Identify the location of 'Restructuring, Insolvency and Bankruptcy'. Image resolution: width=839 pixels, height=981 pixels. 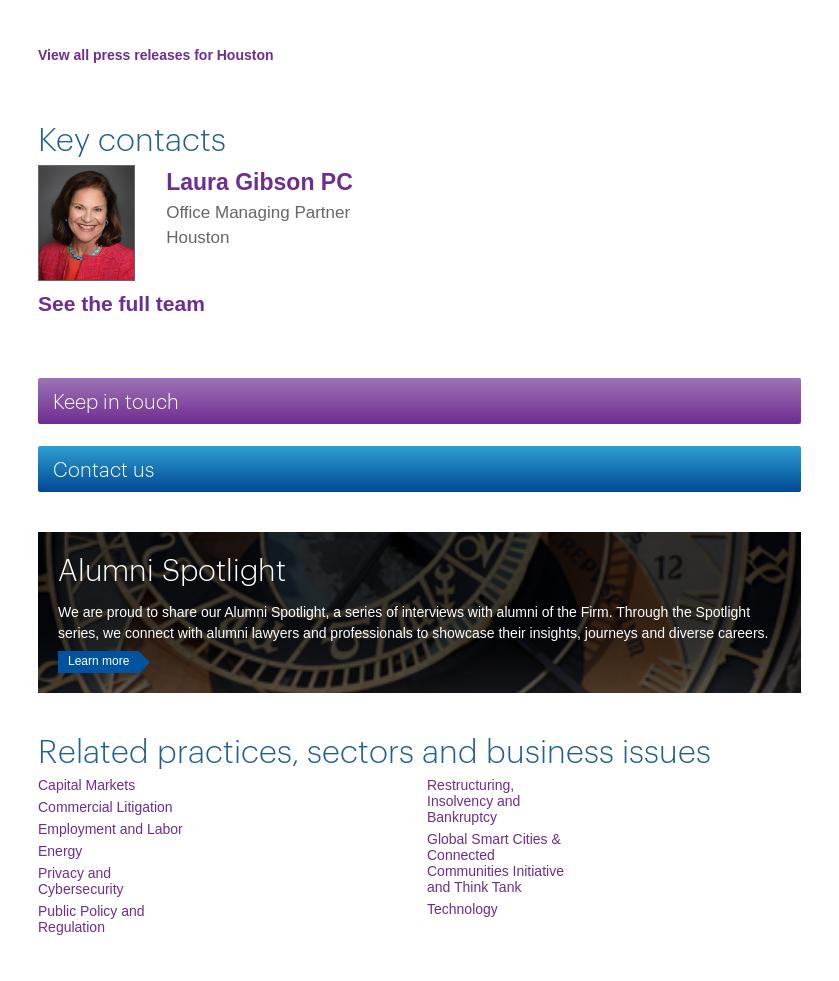
(425, 800).